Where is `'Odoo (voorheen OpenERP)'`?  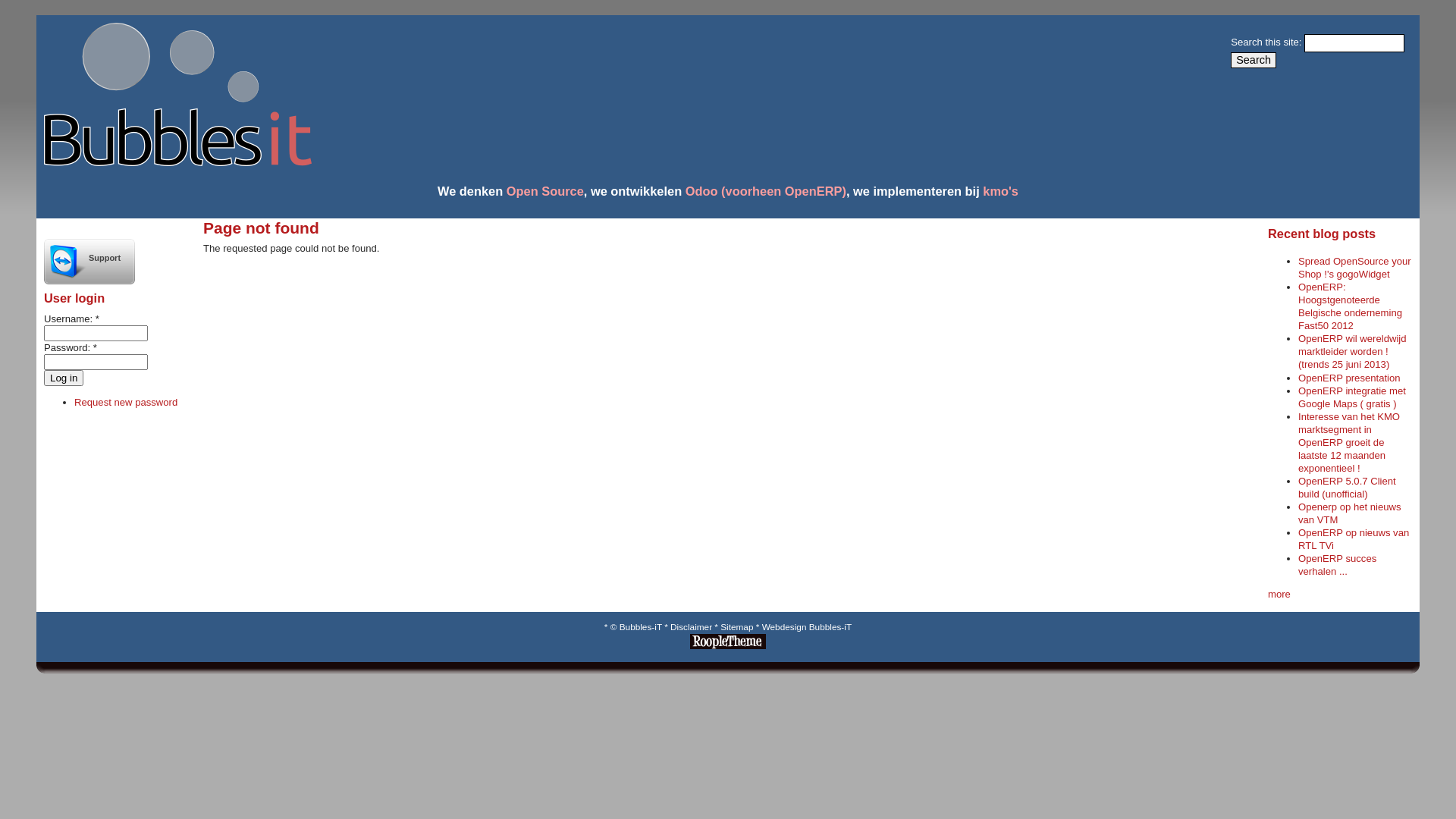 'Odoo (voorheen OpenERP)' is located at coordinates (765, 190).